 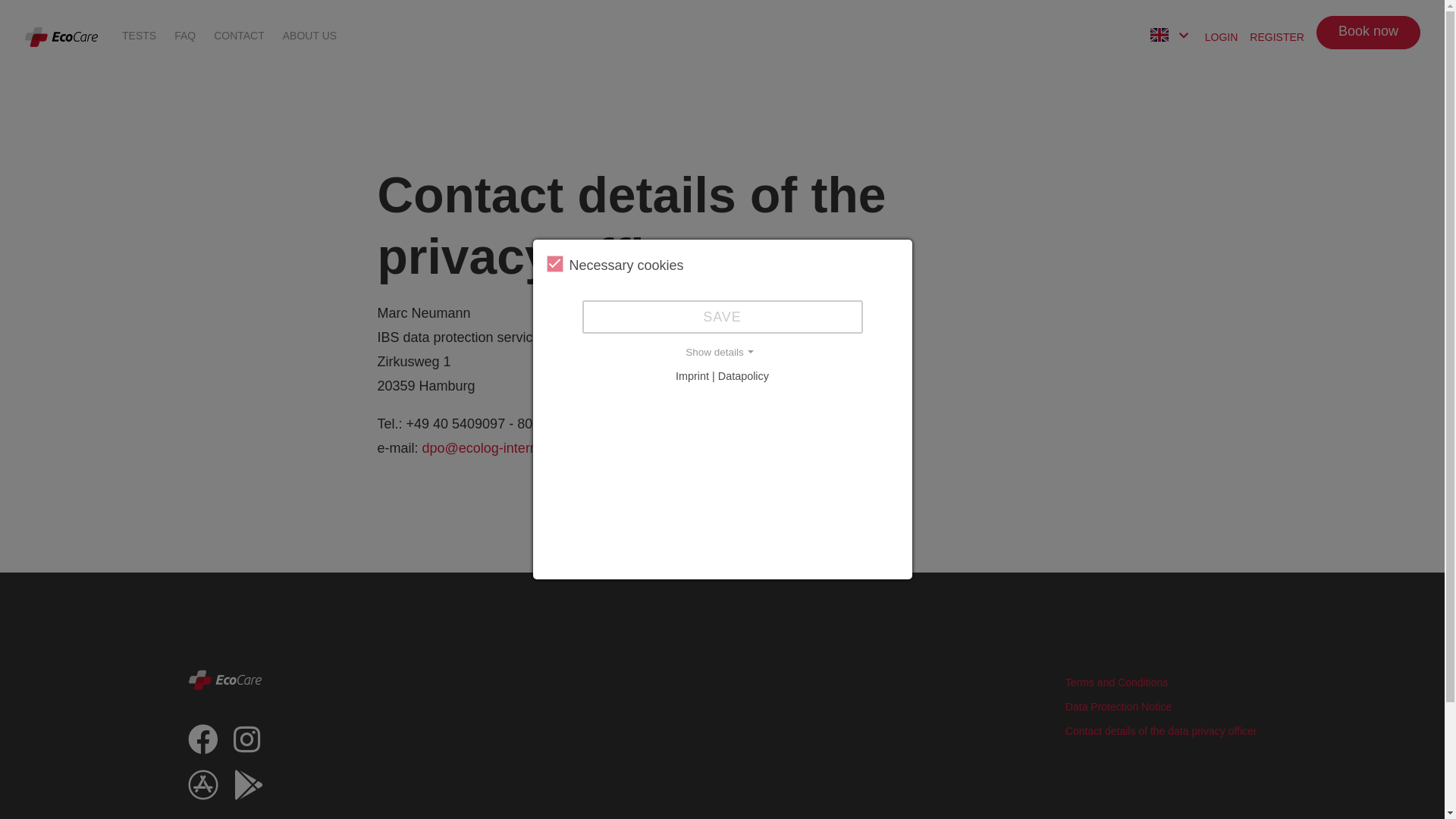 What do you see at coordinates (1368, 32) in the screenshot?
I see `'Book now'` at bounding box center [1368, 32].